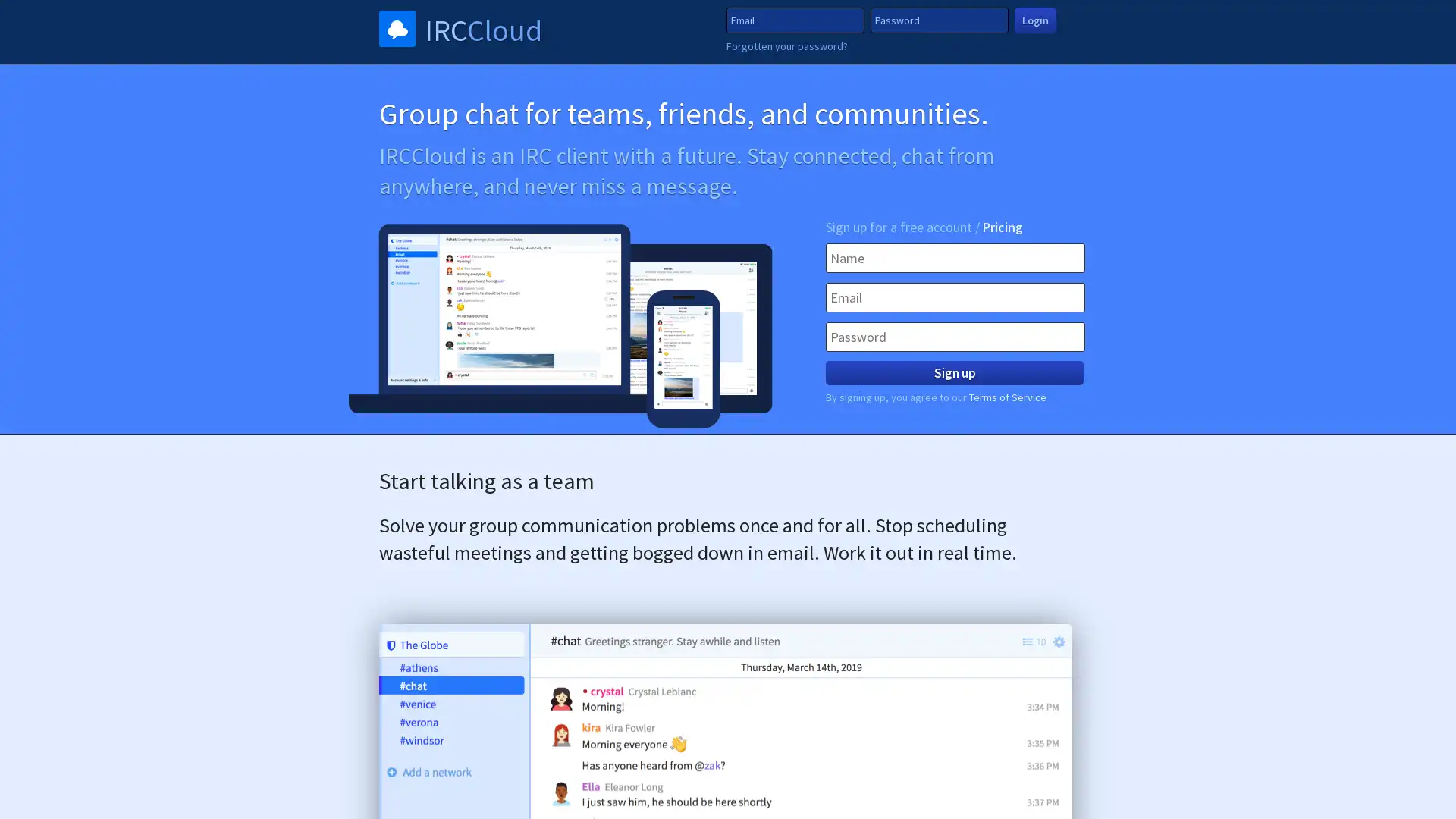 The height and width of the screenshot is (819, 1456). Describe the element at coordinates (1034, 20) in the screenshot. I see `Login` at that location.